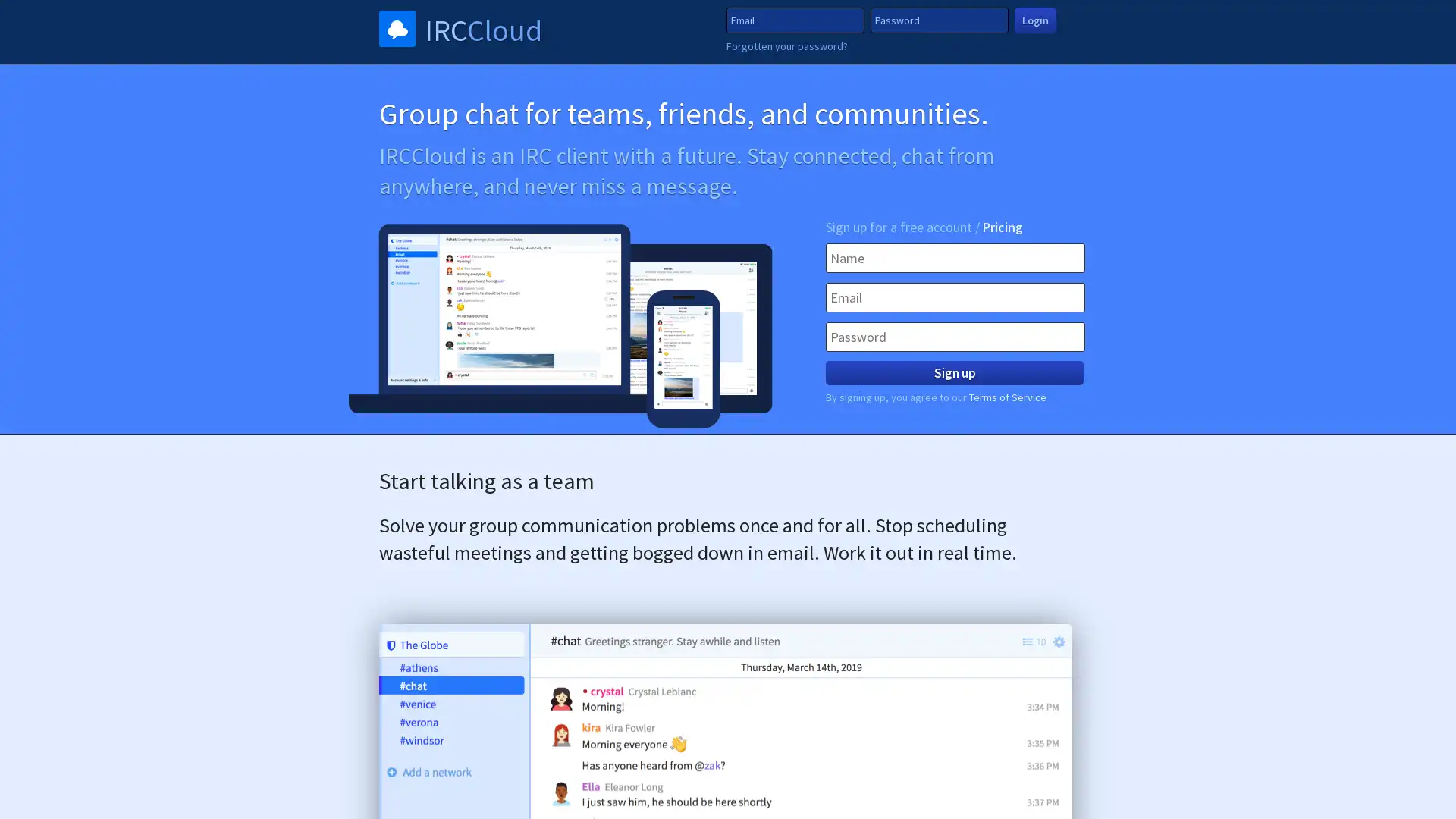 The height and width of the screenshot is (819, 1456). Describe the element at coordinates (1034, 20) in the screenshot. I see `Login` at that location.